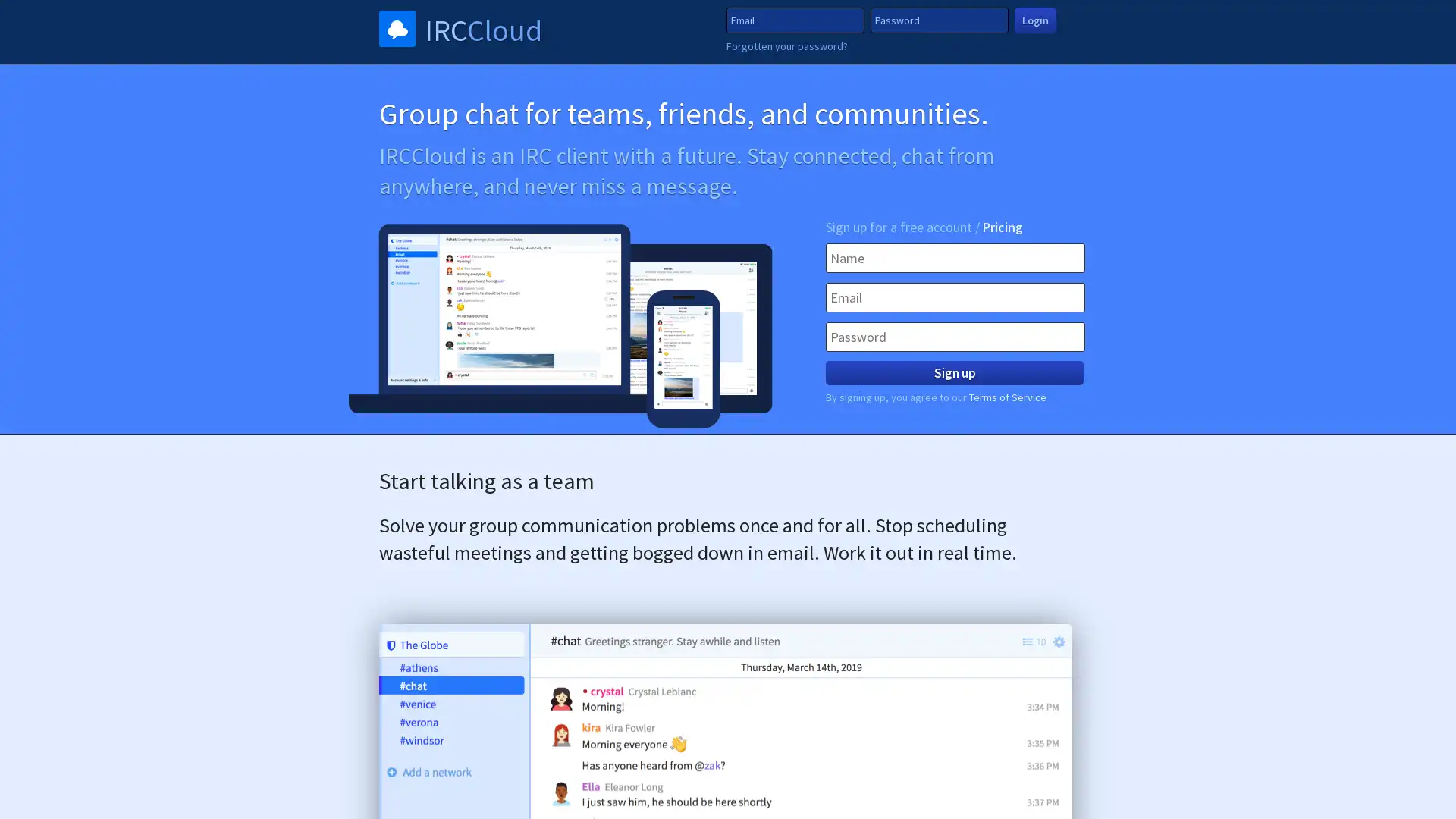 The height and width of the screenshot is (819, 1456). Describe the element at coordinates (1034, 20) in the screenshot. I see `Login` at that location.